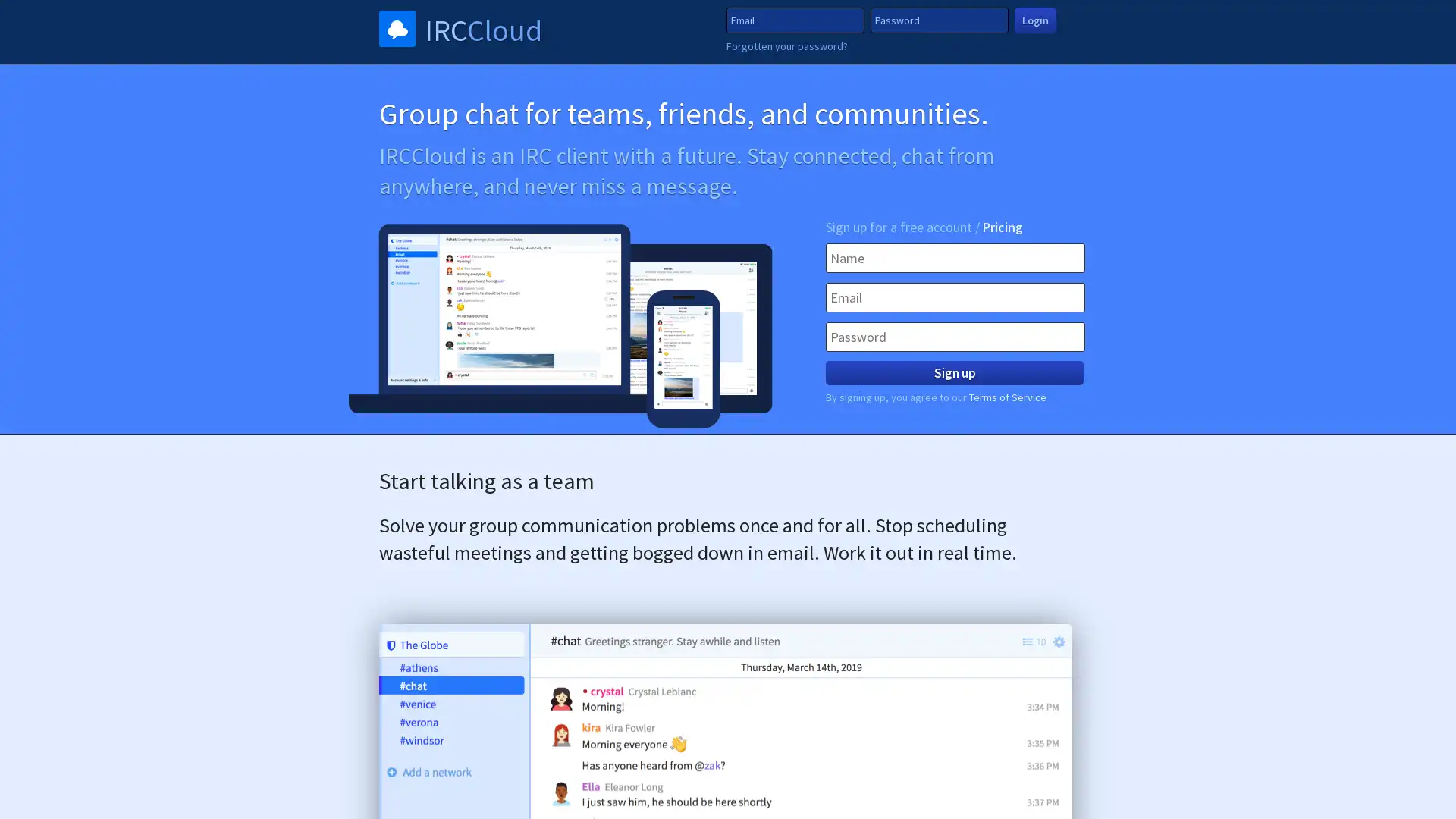 The height and width of the screenshot is (819, 1456). Describe the element at coordinates (1034, 20) in the screenshot. I see `Login` at that location.